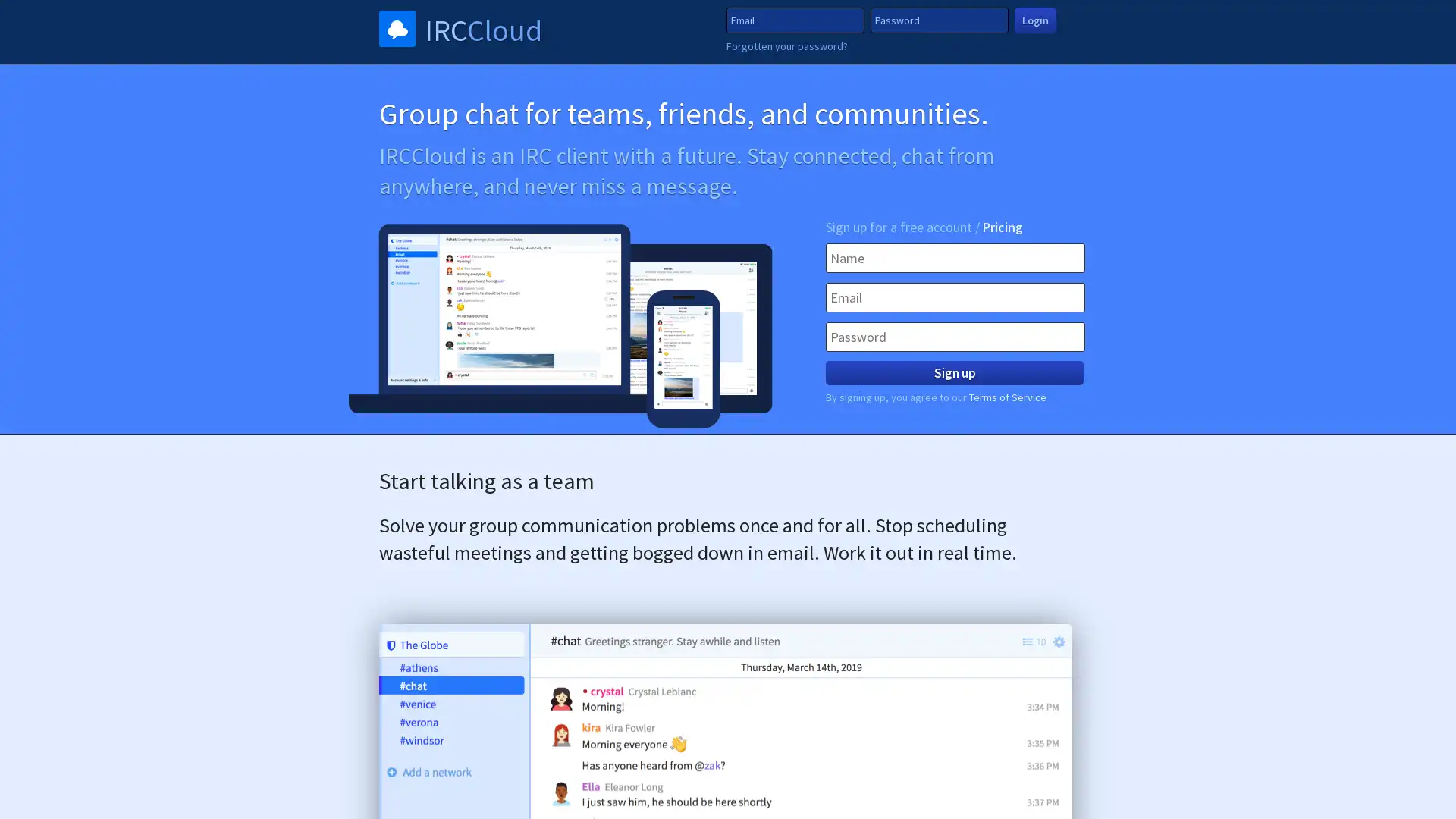 The height and width of the screenshot is (819, 1456). Describe the element at coordinates (1034, 20) in the screenshot. I see `Login` at that location.